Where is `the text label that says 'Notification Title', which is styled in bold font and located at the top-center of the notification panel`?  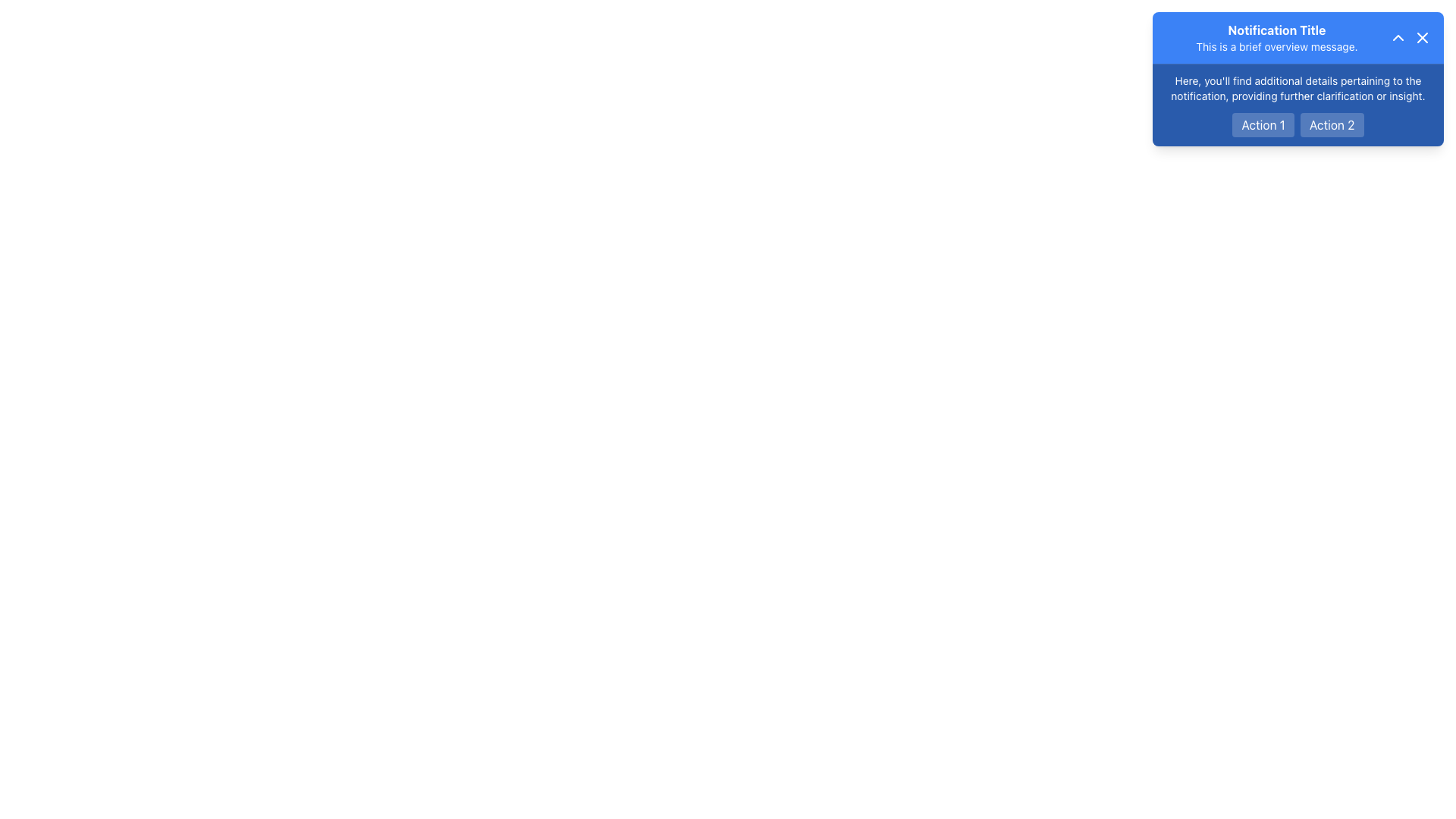
the text label that says 'Notification Title', which is styled in bold font and located at the top-center of the notification panel is located at coordinates (1276, 30).